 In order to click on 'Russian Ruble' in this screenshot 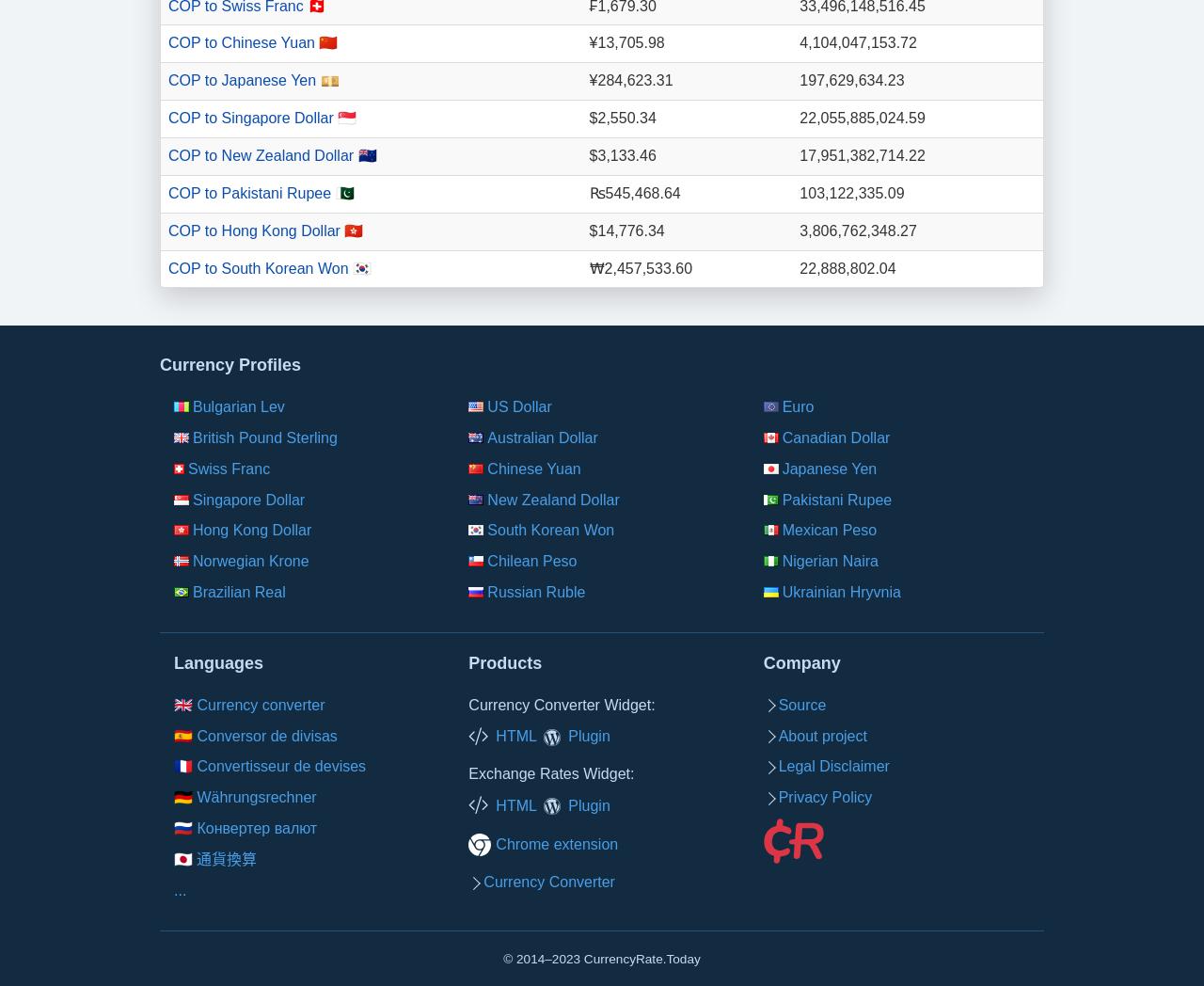, I will do `click(534, 591)`.